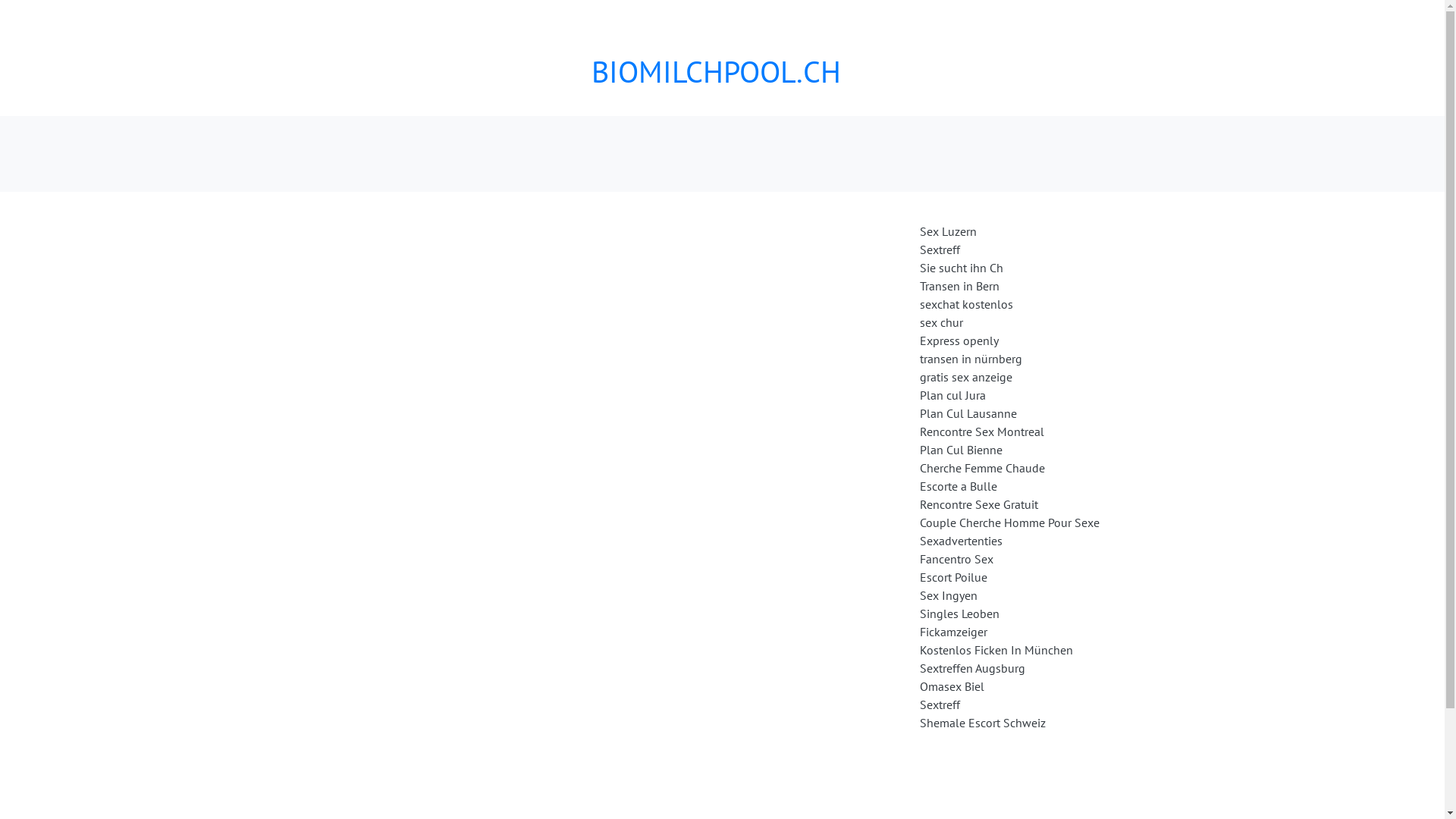  Describe the element at coordinates (958, 613) in the screenshot. I see `'Singles Leoben'` at that location.